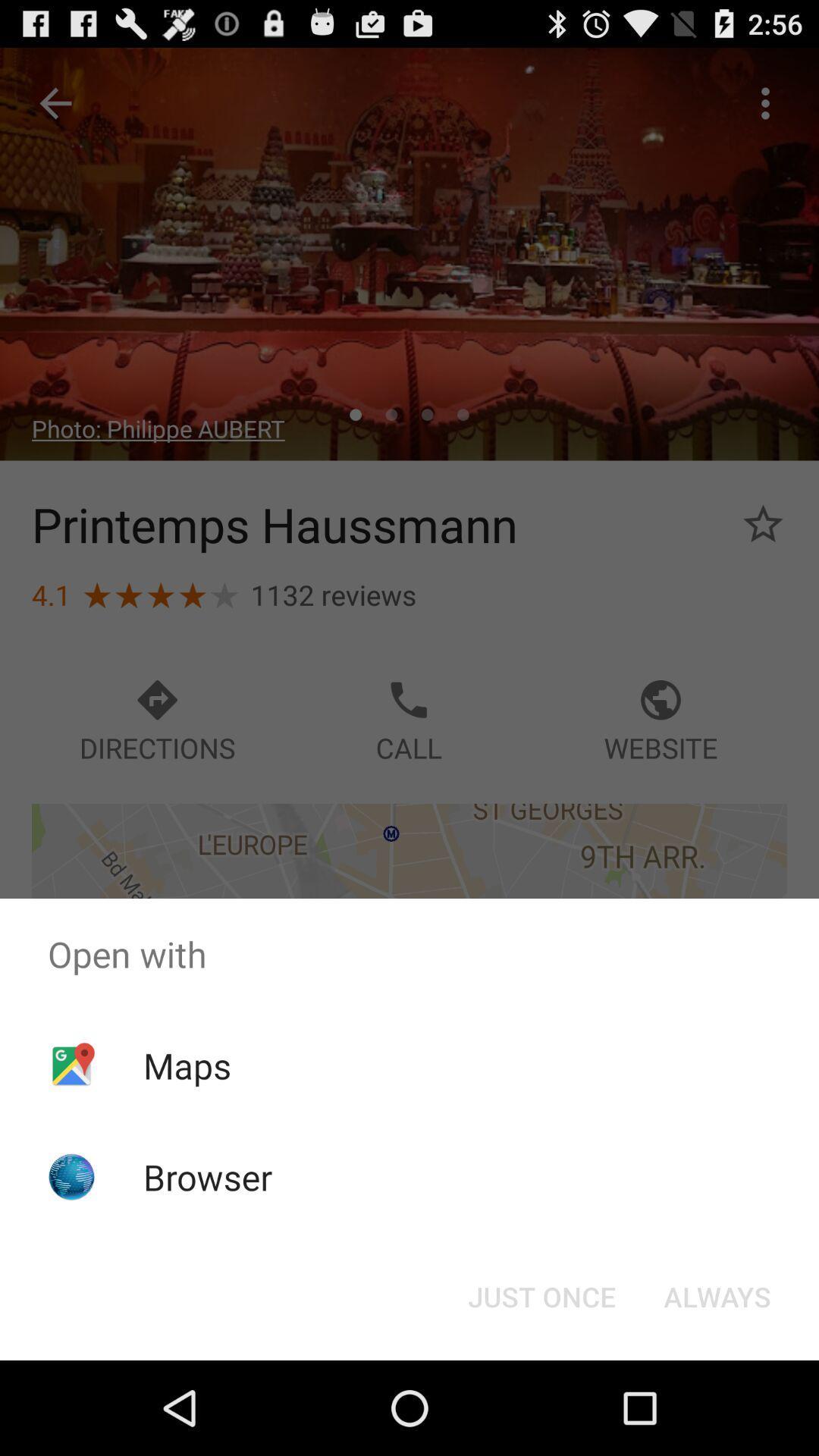  What do you see at coordinates (717, 1295) in the screenshot?
I see `the always at the bottom right corner` at bounding box center [717, 1295].